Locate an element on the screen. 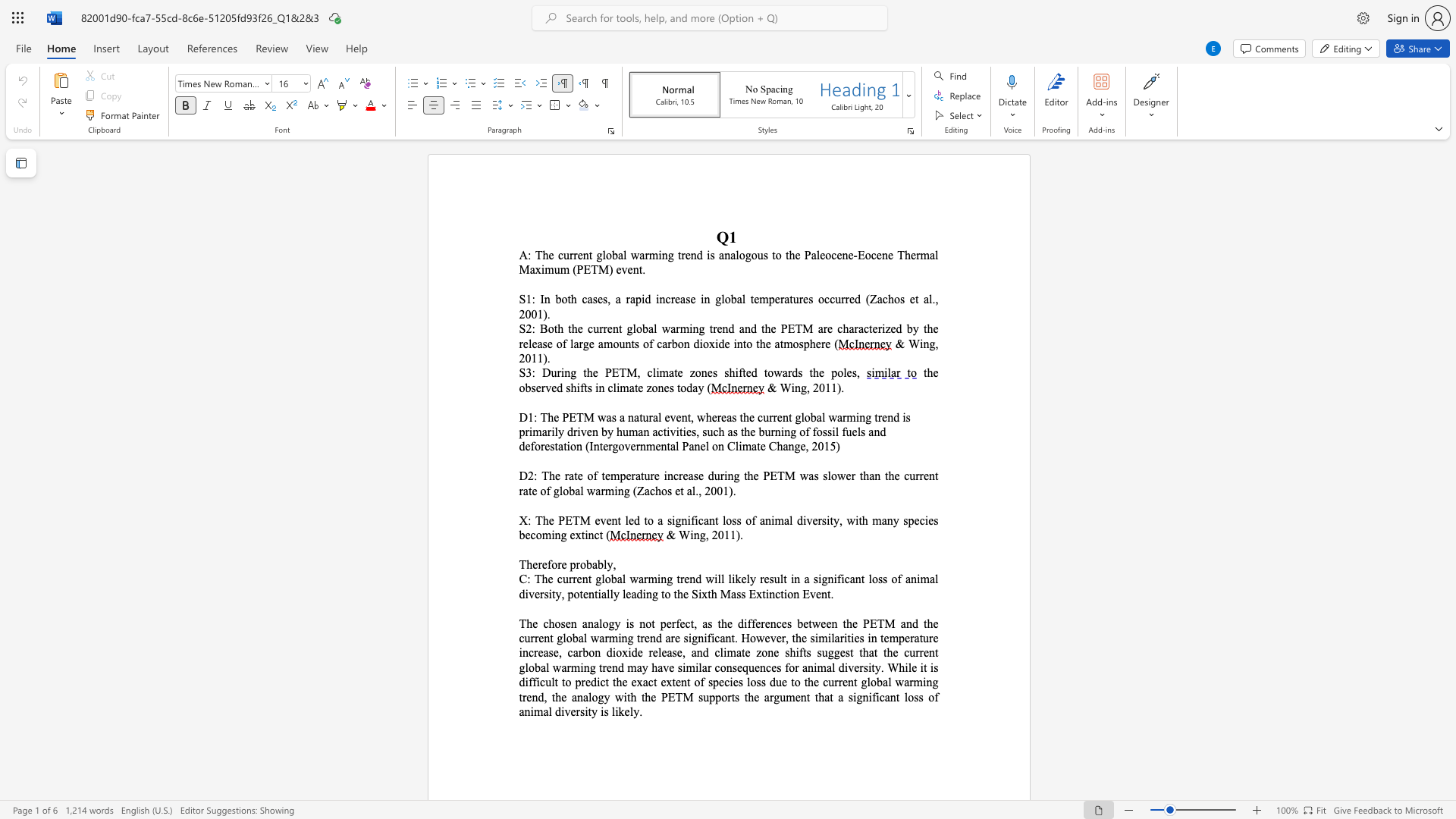 This screenshot has height=819, width=1456. the subset text "hile it is diff" within the text "significant. However, the similarities in temperature increase, carbon dioxide release, and climate zone shifts suggest that the current global warming trend may have similar consequences for animal diversity. While it is difficult to predict the exact ex" is located at coordinates (899, 667).